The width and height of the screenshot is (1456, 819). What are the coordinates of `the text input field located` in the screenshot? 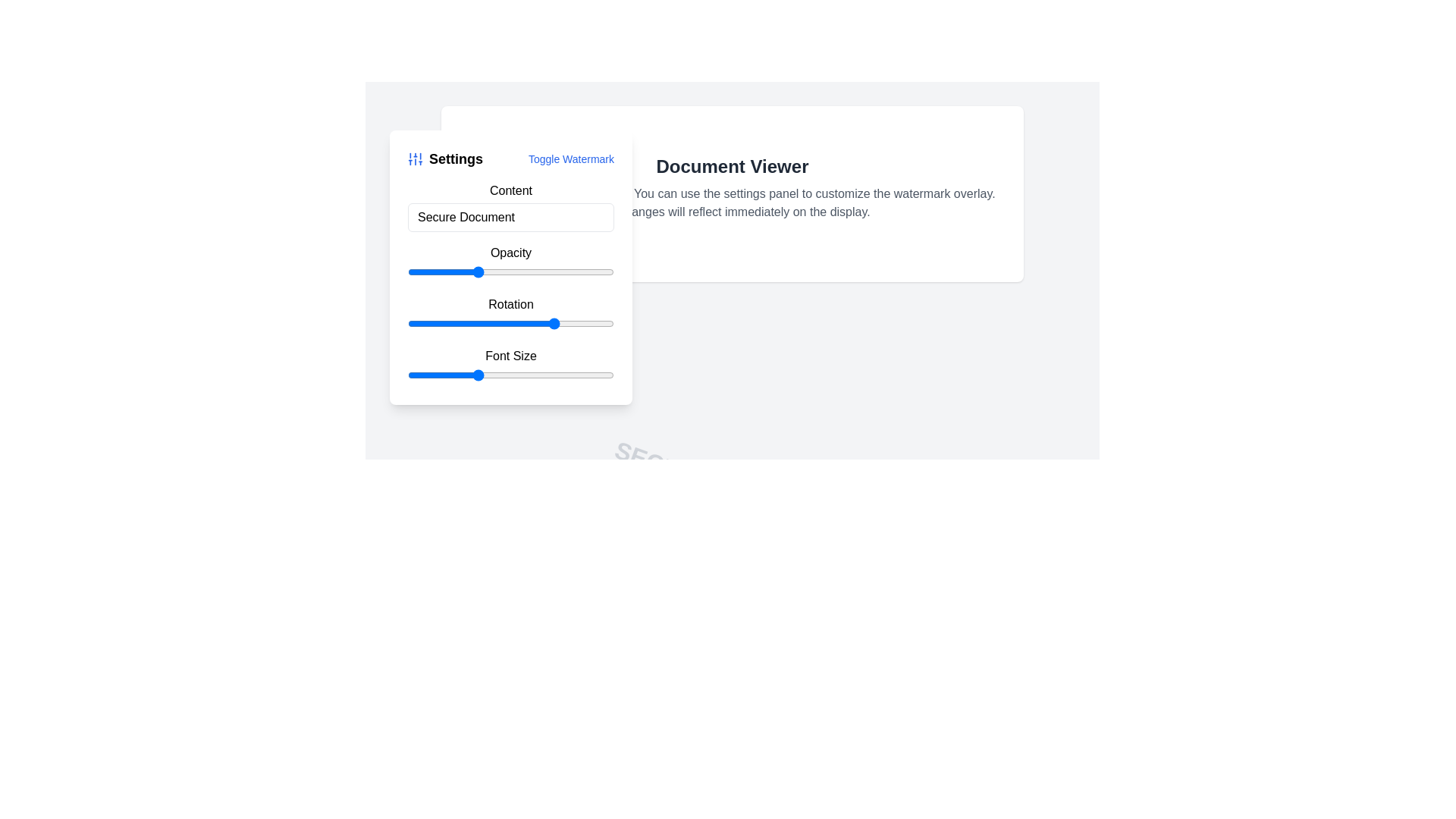 It's located at (510, 217).